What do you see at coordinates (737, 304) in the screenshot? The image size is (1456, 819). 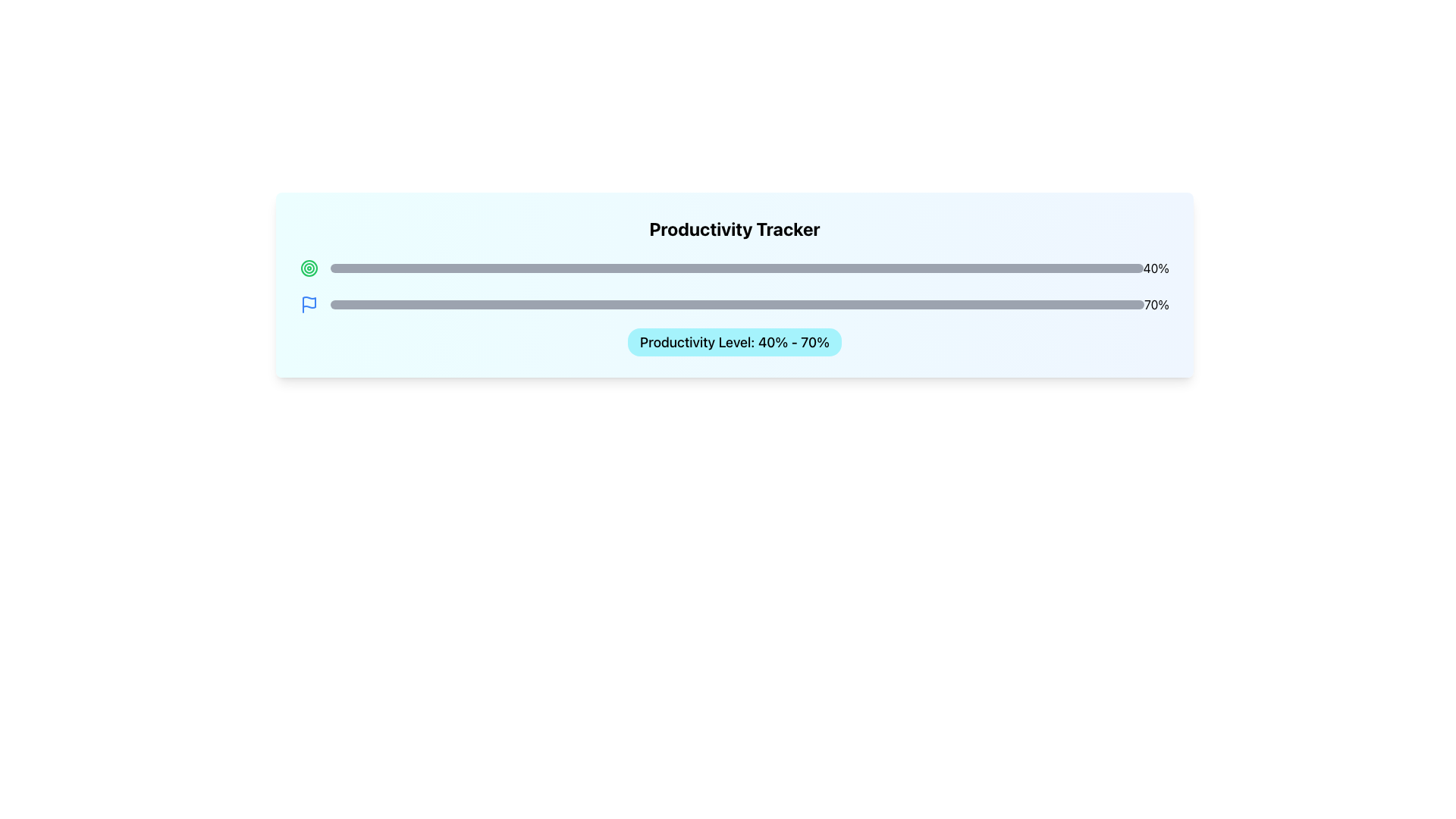 I see `the current range value of the progress bar located beneath the percentage label and above the productivity levels indicator` at bounding box center [737, 304].